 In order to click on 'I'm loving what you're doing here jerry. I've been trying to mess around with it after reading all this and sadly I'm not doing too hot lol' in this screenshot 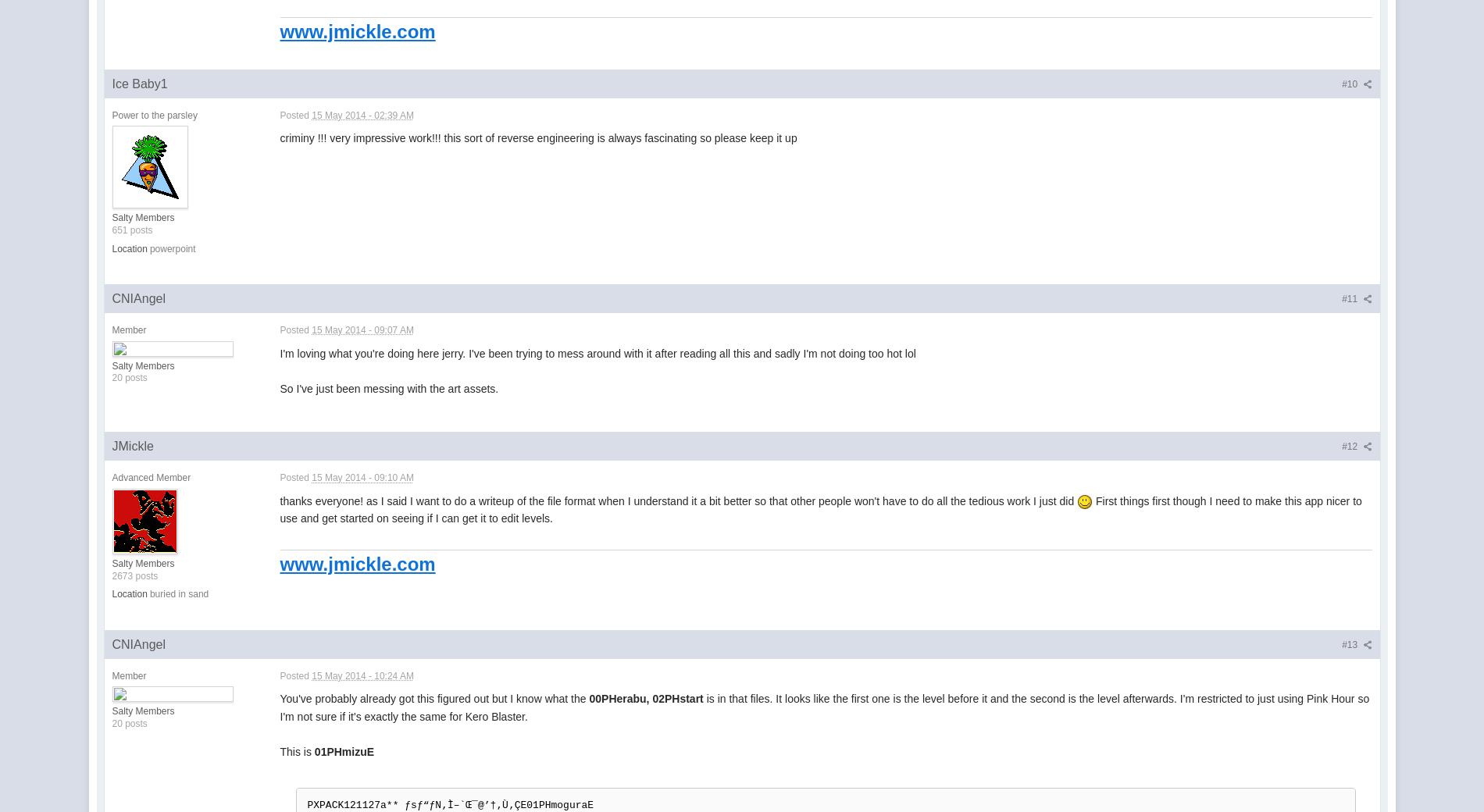, I will do `click(596, 352)`.